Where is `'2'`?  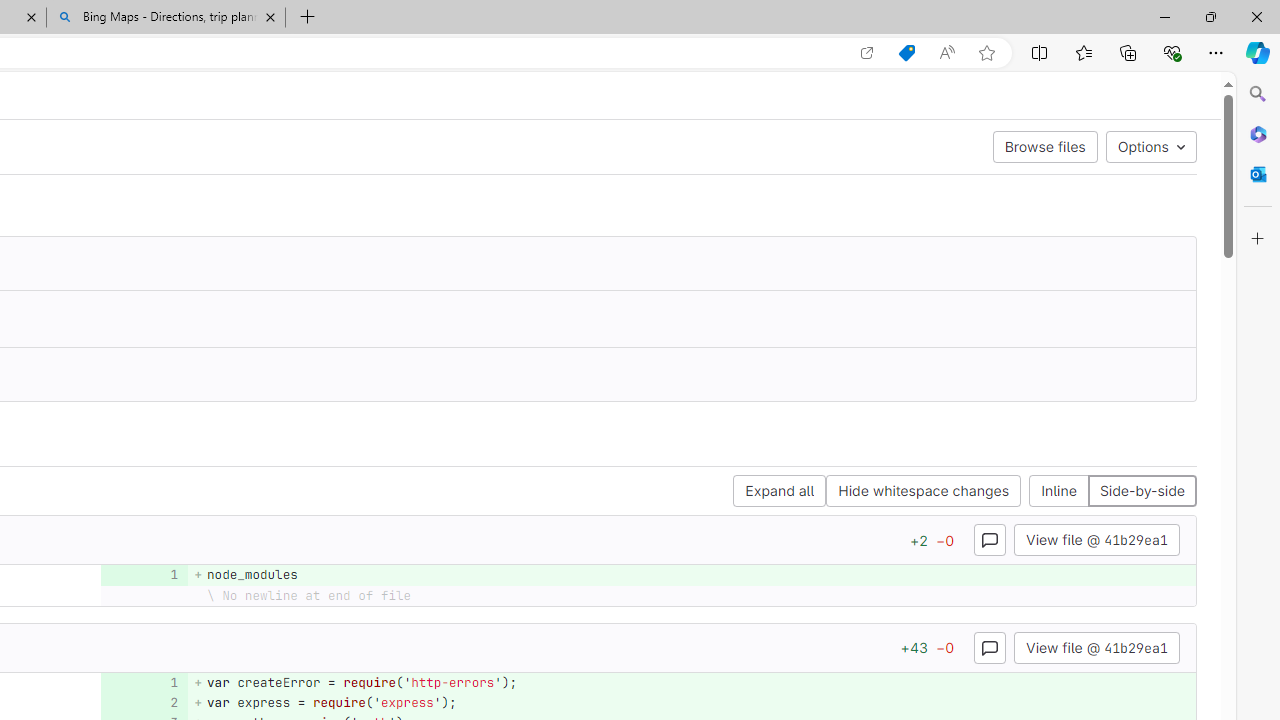 '2' is located at coordinates (141, 701).